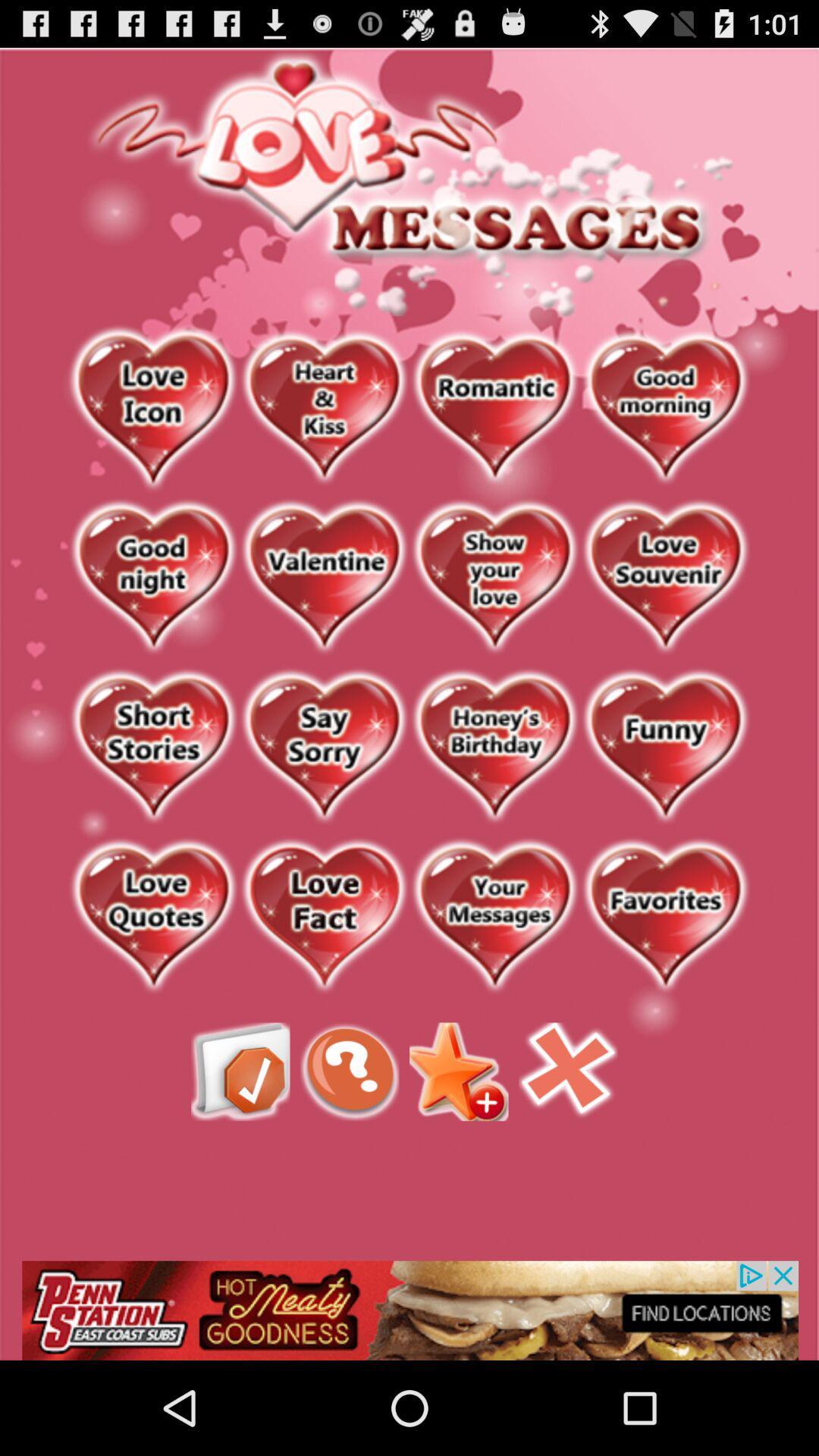  Describe the element at coordinates (153, 577) in the screenshot. I see `open good night page` at that location.